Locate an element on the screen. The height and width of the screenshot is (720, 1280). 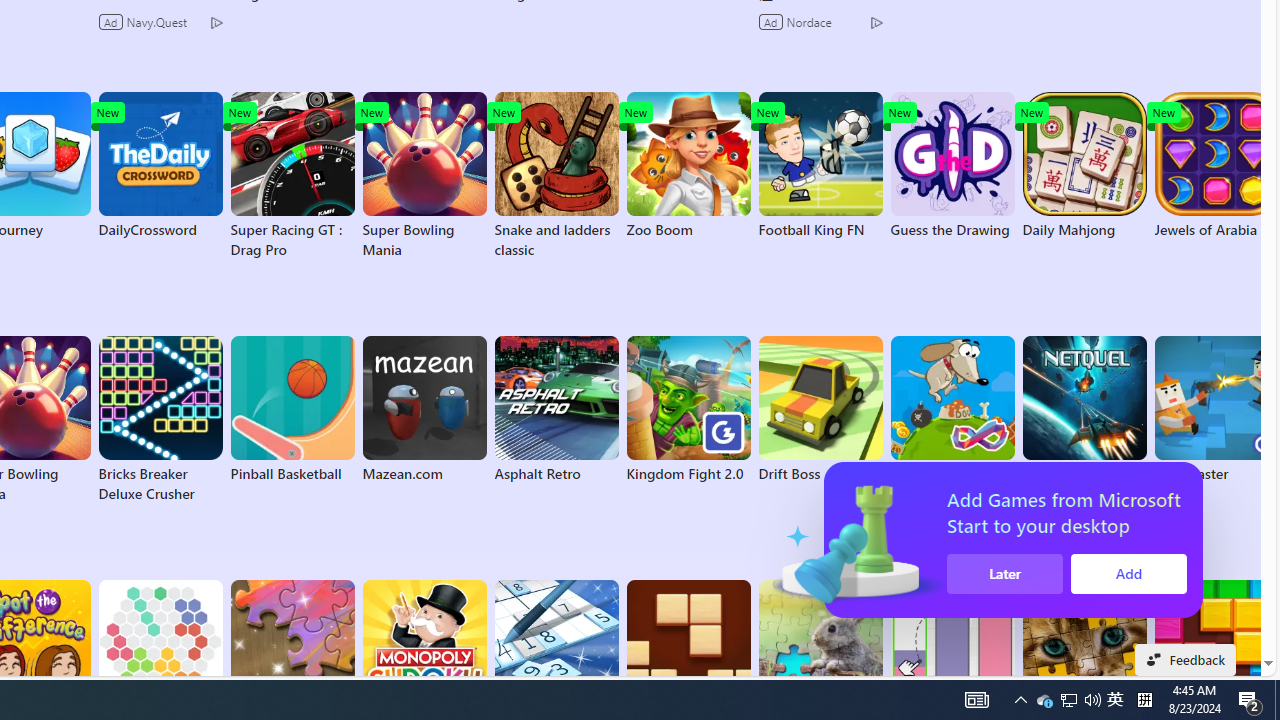
'Mazean.com' is located at coordinates (423, 409).